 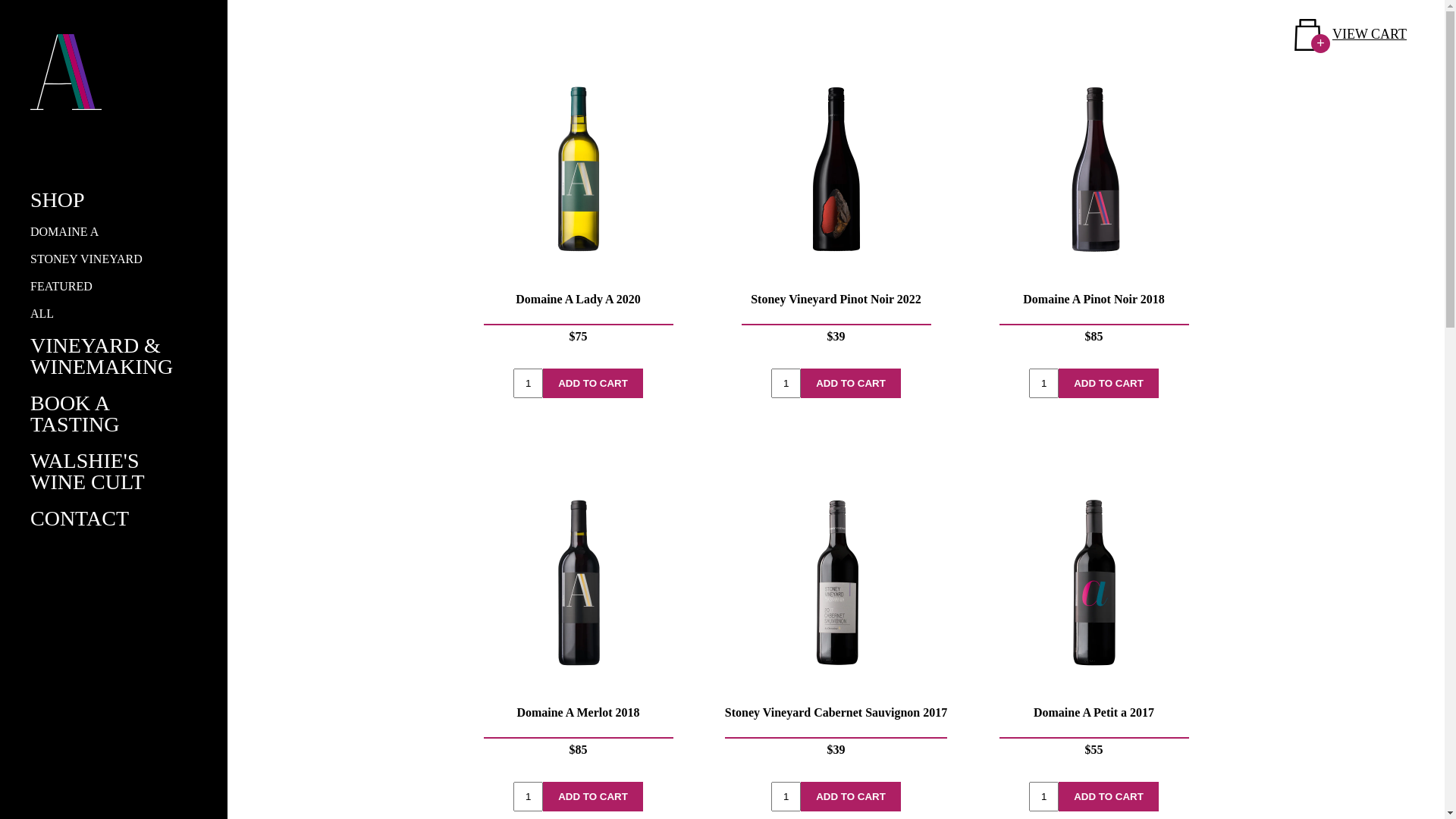 What do you see at coordinates (1093, 623) in the screenshot?
I see `'Domaine A Petit a 2017` at bounding box center [1093, 623].